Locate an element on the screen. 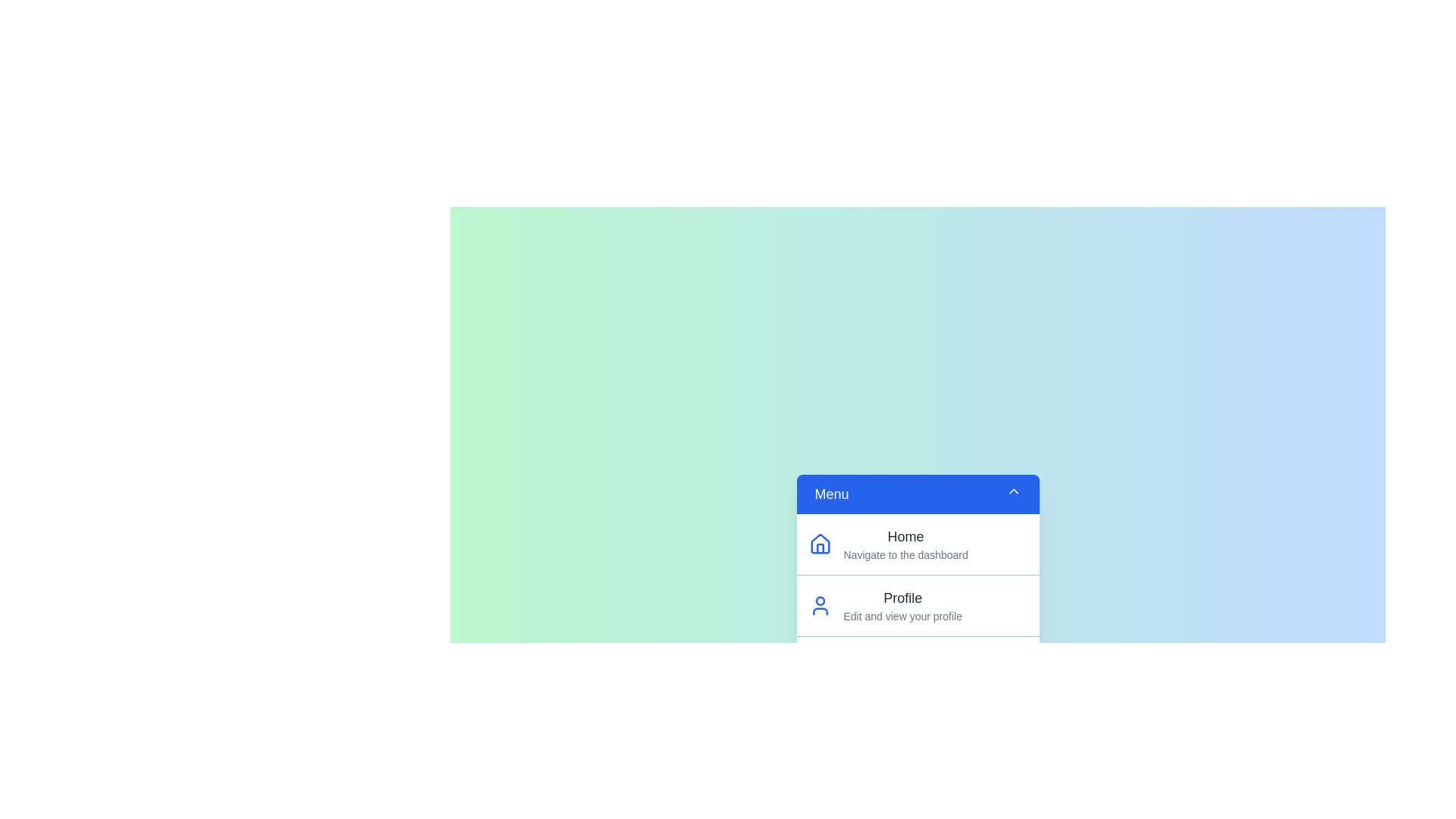 This screenshot has width=1456, height=819. the menu toggle button to close the menu is located at coordinates (917, 494).